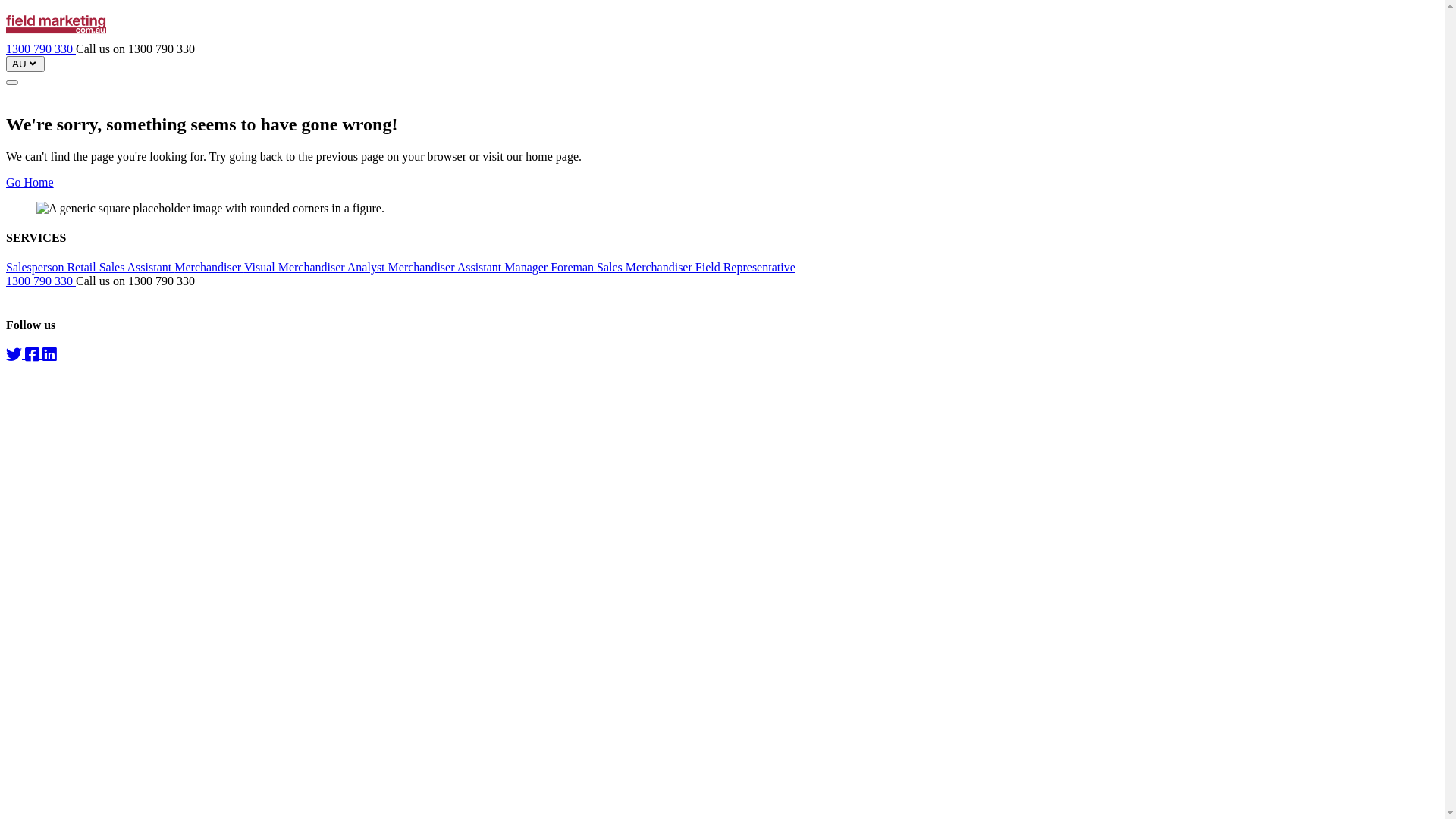 This screenshot has height=819, width=1456. I want to click on 'Visual Merchandiser', so click(243, 266).